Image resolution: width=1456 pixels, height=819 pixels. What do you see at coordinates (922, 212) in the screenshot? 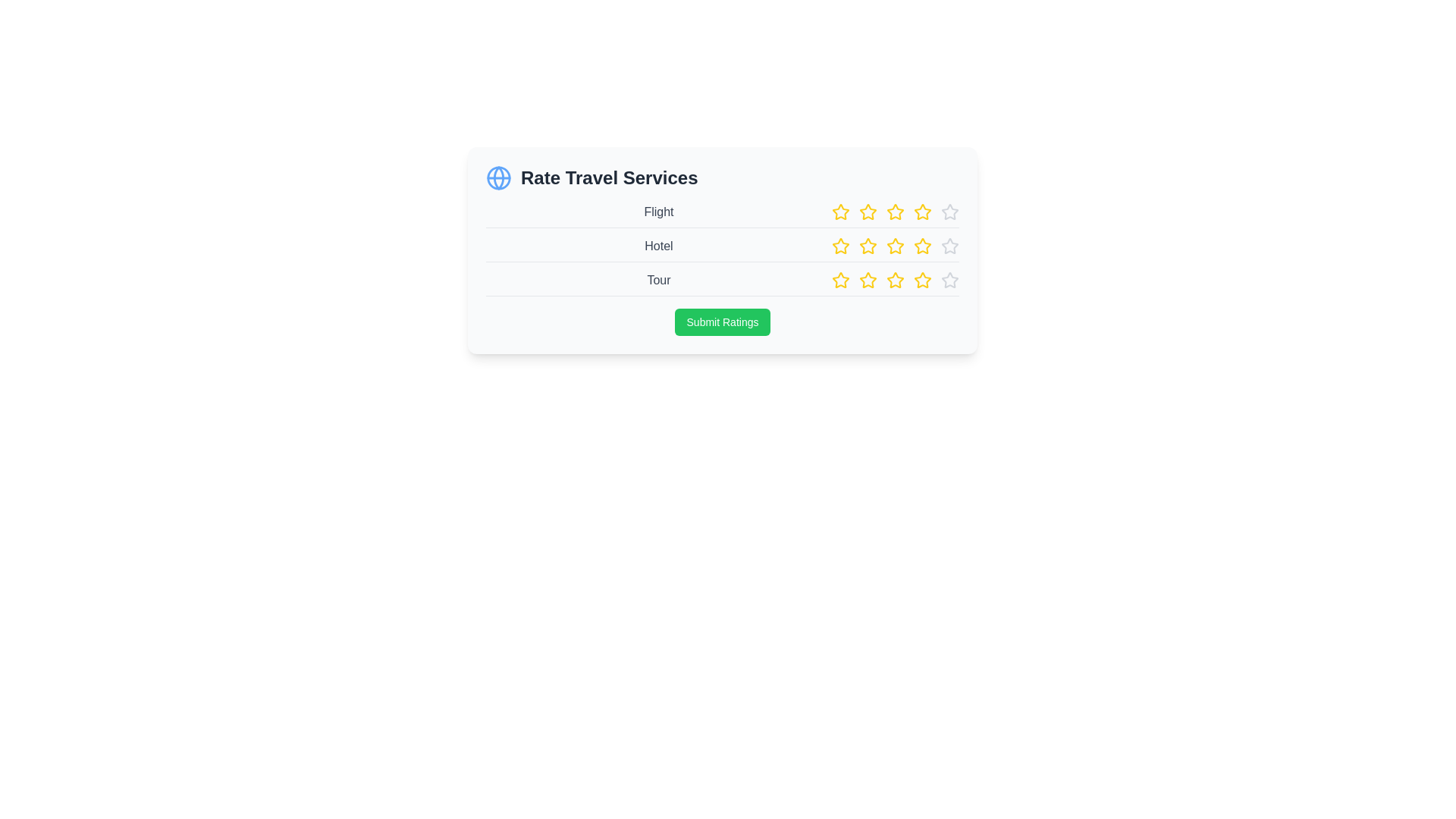
I see `the fifth star in the 'Flight' category of the 'Rate Travel Services' section` at bounding box center [922, 212].